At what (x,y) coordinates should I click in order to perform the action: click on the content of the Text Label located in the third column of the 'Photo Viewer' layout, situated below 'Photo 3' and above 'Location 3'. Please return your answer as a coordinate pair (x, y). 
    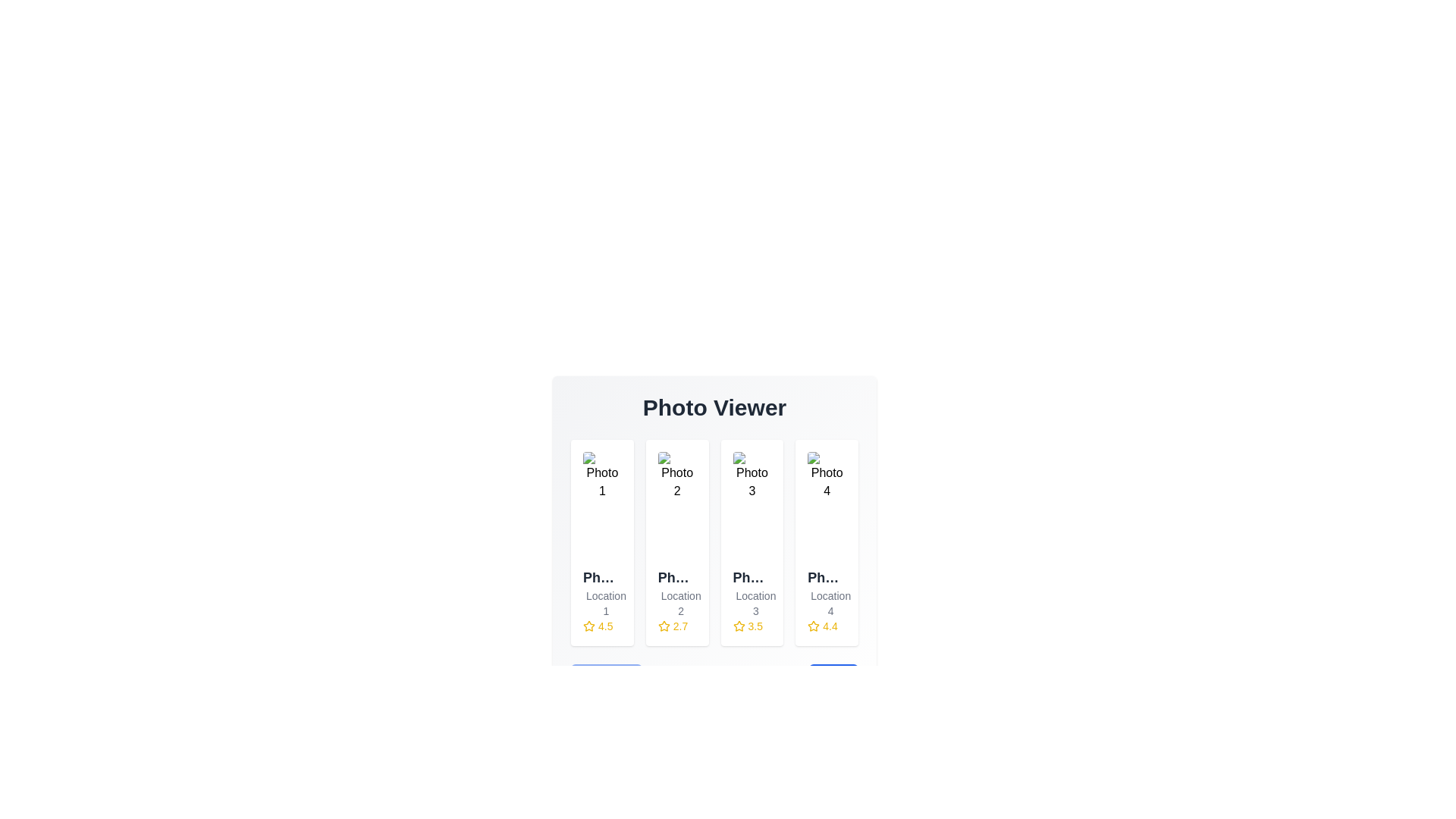
    Looking at the image, I should click on (752, 578).